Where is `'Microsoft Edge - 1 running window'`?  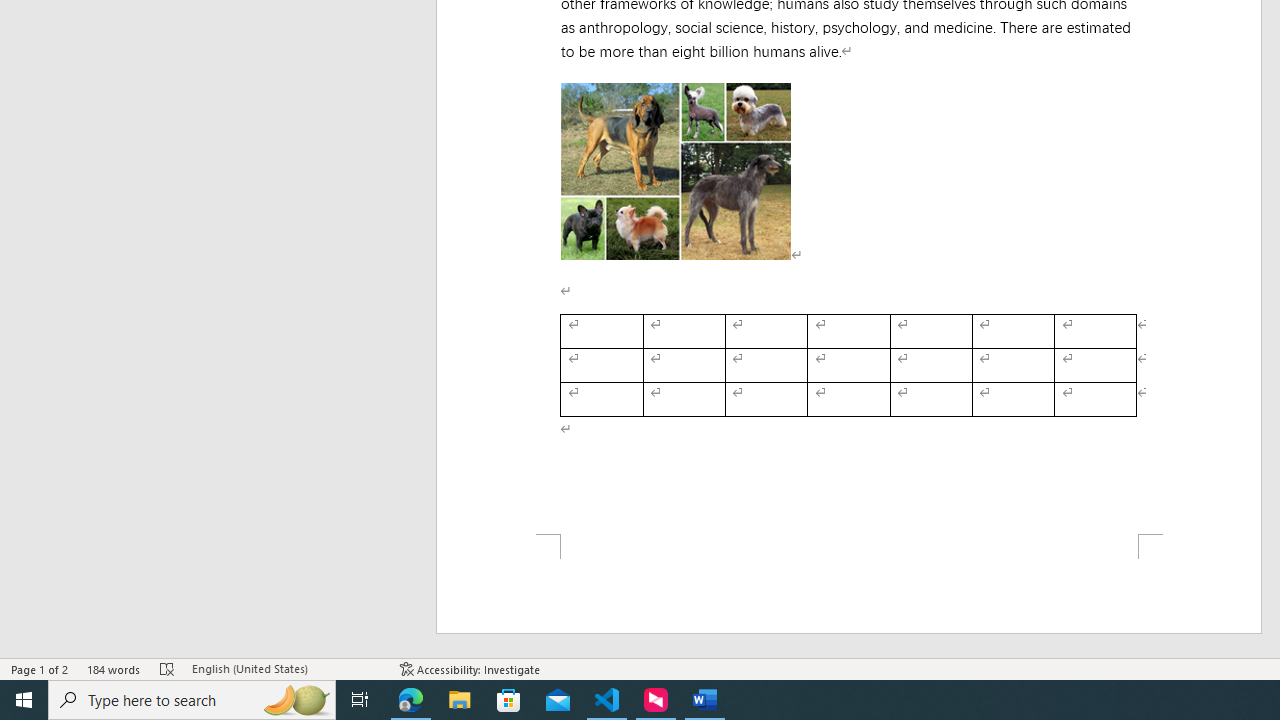 'Microsoft Edge - 1 running window' is located at coordinates (410, 698).